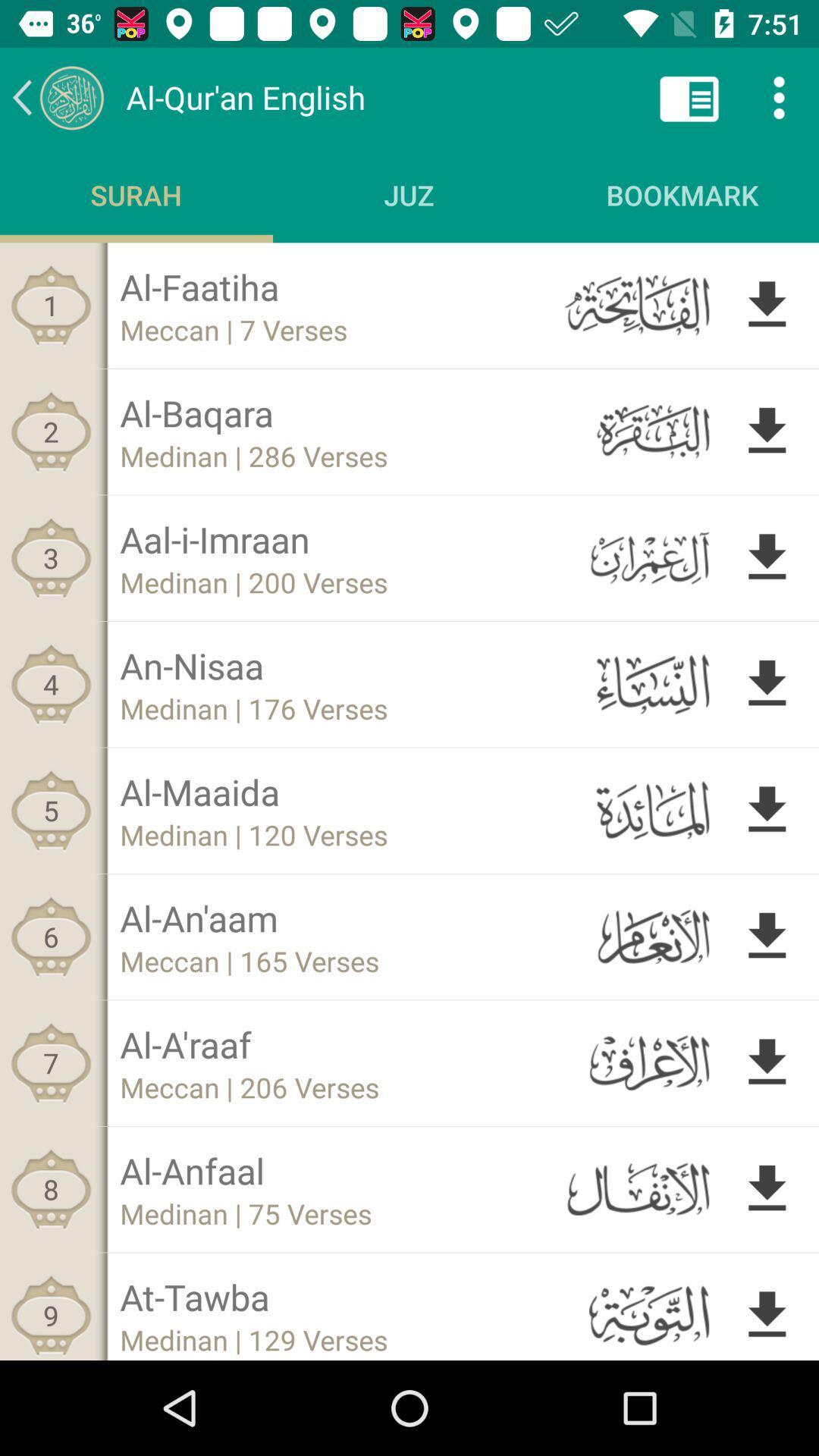 This screenshot has height=1456, width=819. I want to click on dowloting, so click(767, 1188).